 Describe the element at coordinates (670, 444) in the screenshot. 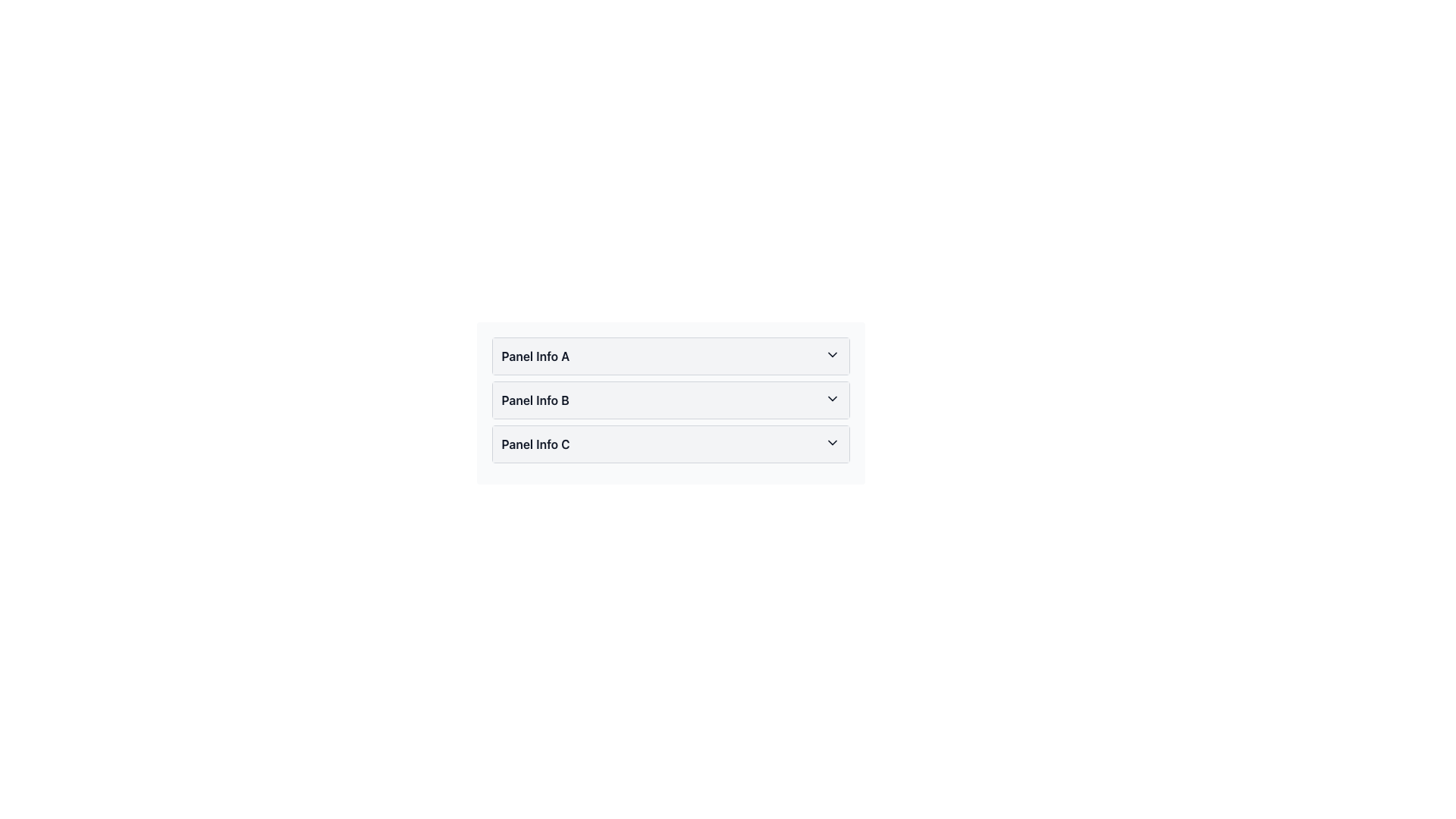

I see `the Collapsible panel header labeled 'Panel Info C', which is the third item in the vertically stacked group of collapsible panels` at that location.